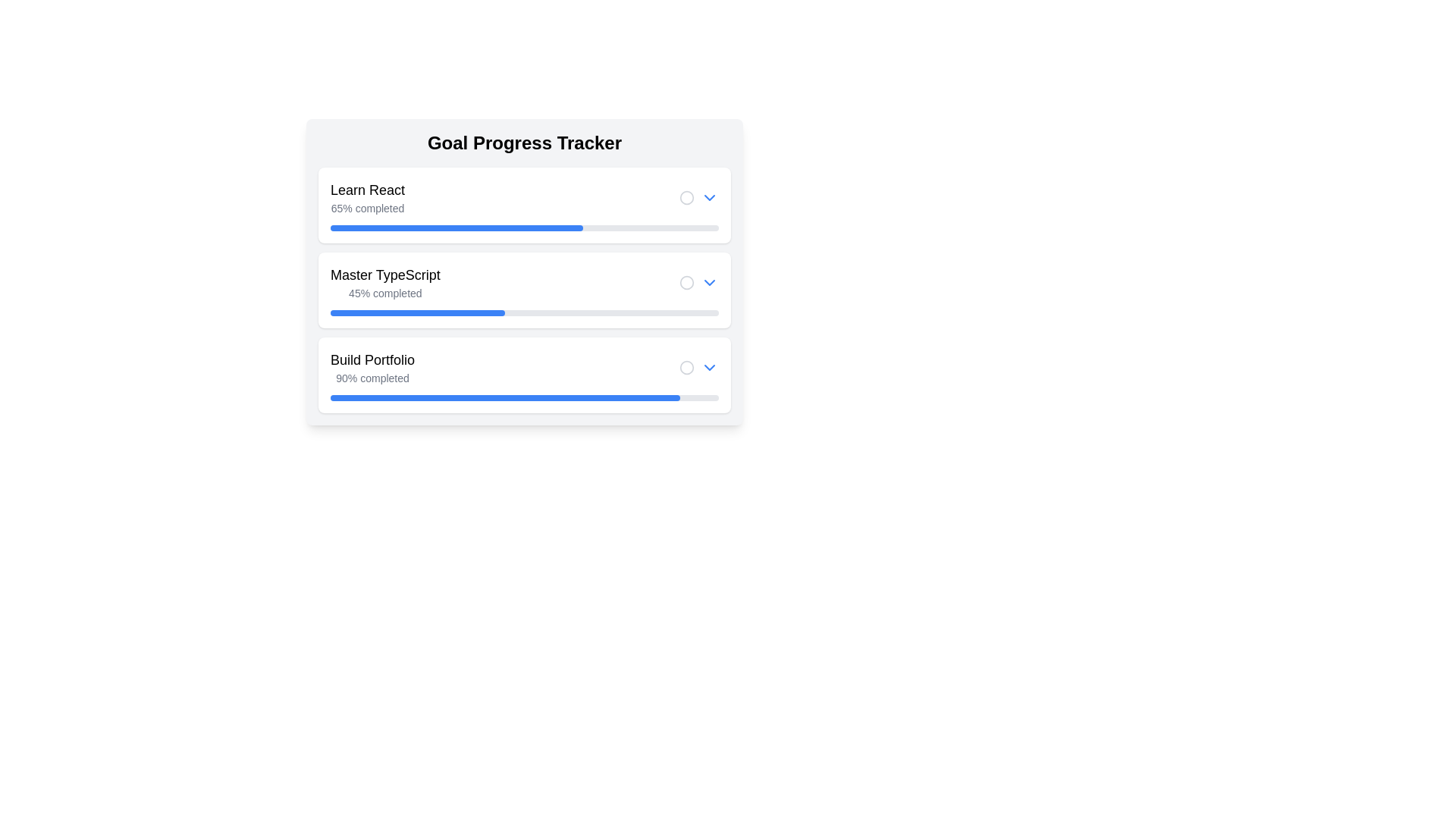 The height and width of the screenshot is (819, 1456). I want to click on the Progress bar indicating 90% completion for the 'Build Portfolio' task, located at the bottom of the 'Build Portfolio' section, so click(524, 397).